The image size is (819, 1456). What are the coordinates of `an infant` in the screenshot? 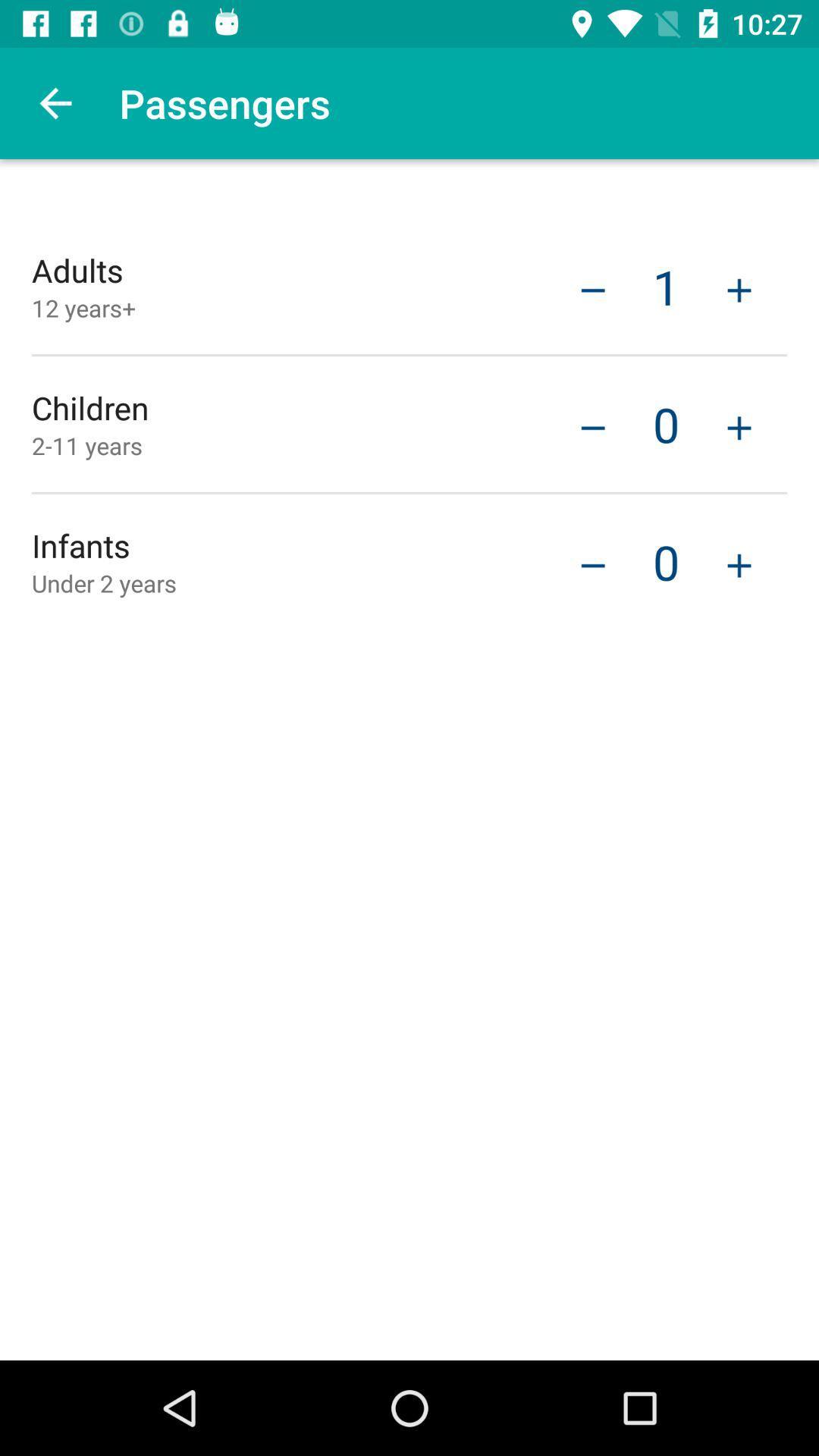 It's located at (739, 563).